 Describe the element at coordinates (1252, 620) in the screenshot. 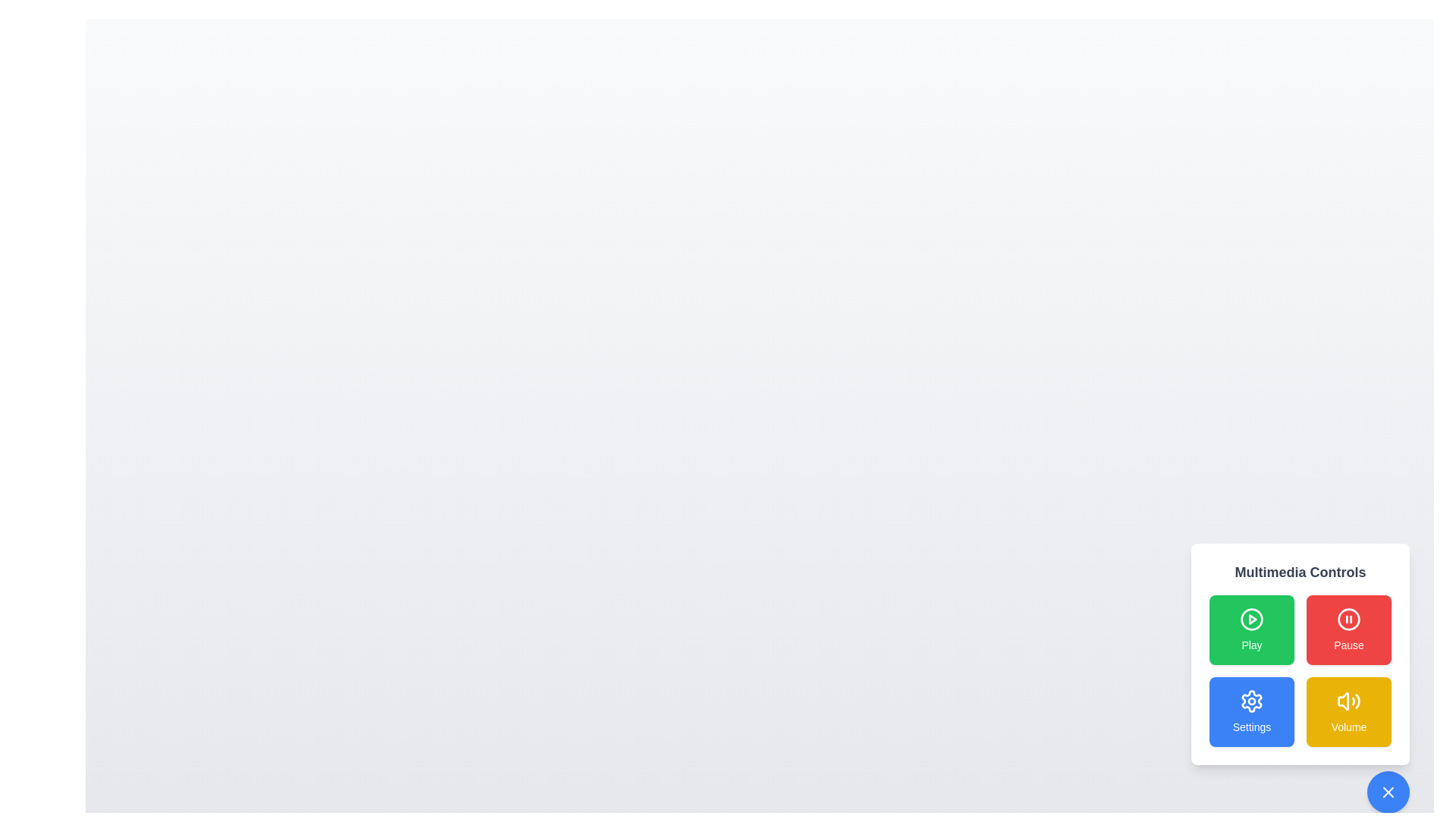

I see `the circular graphical element that forms the outer ring of the play icon in the green 'Play' button located in the top-left corner of the 'Multimedia Controls' panel` at that location.